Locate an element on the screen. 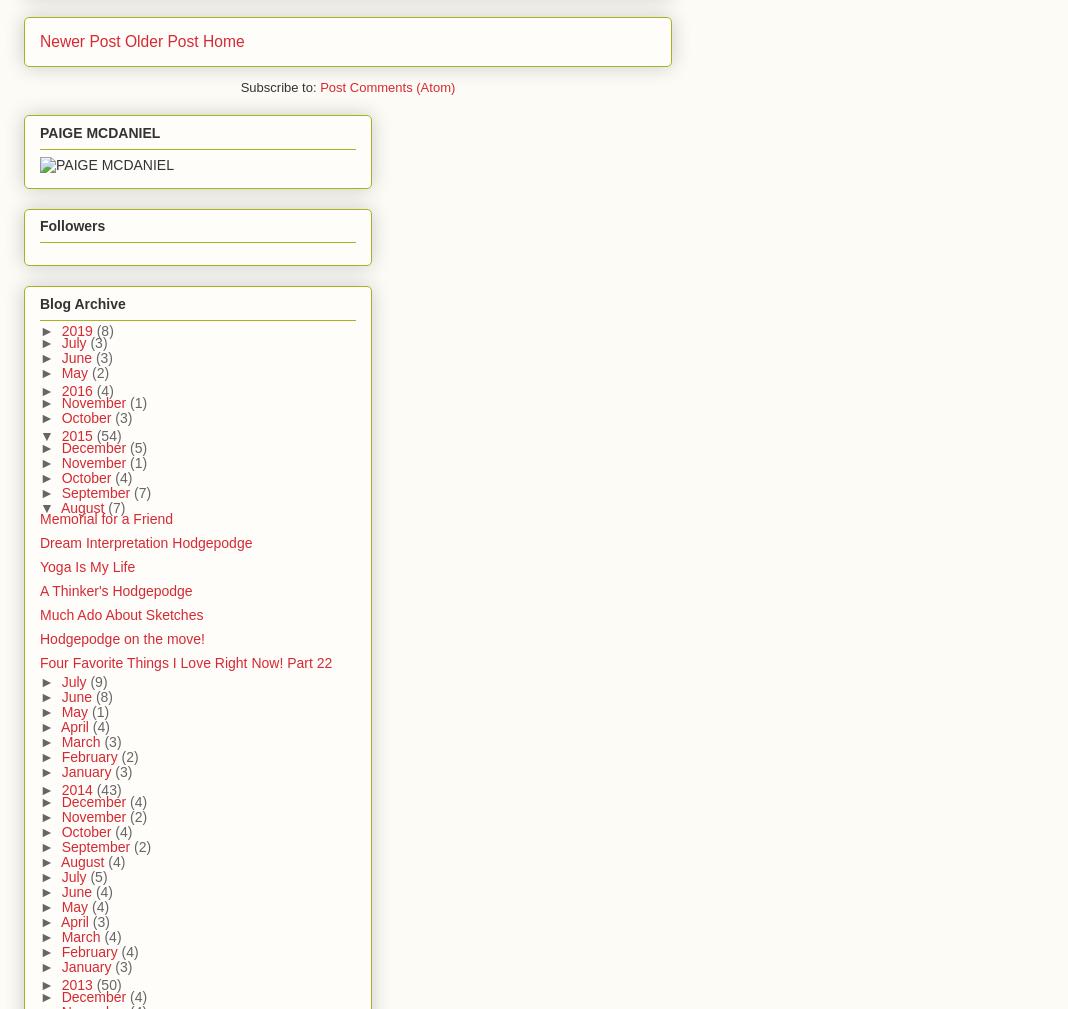 This screenshot has height=1009, width=1068. '(9)' is located at coordinates (89, 680).